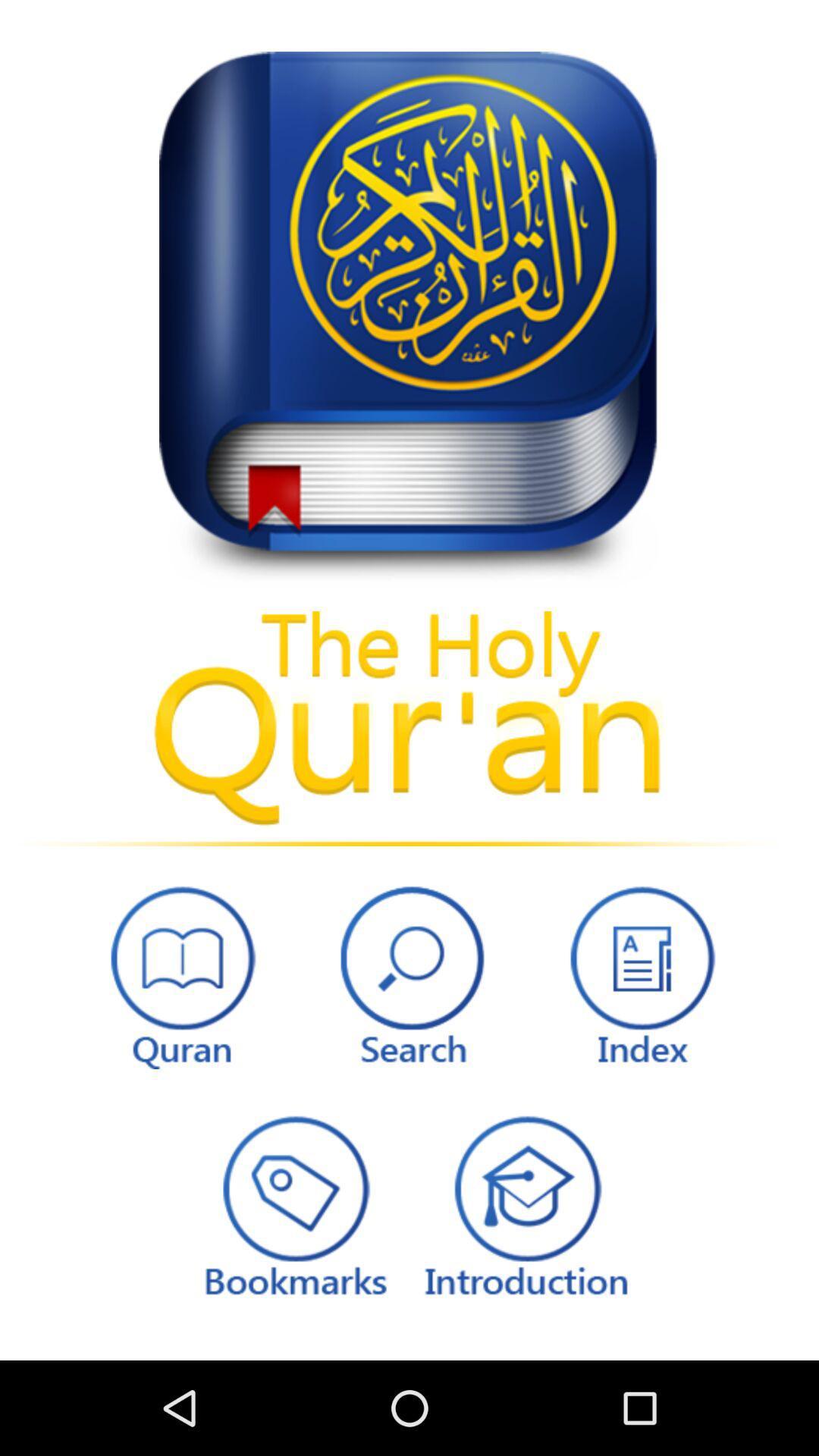 This screenshot has height=1456, width=819. What do you see at coordinates (409, 973) in the screenshot?
I see `search` at bounding box center [409, 973].